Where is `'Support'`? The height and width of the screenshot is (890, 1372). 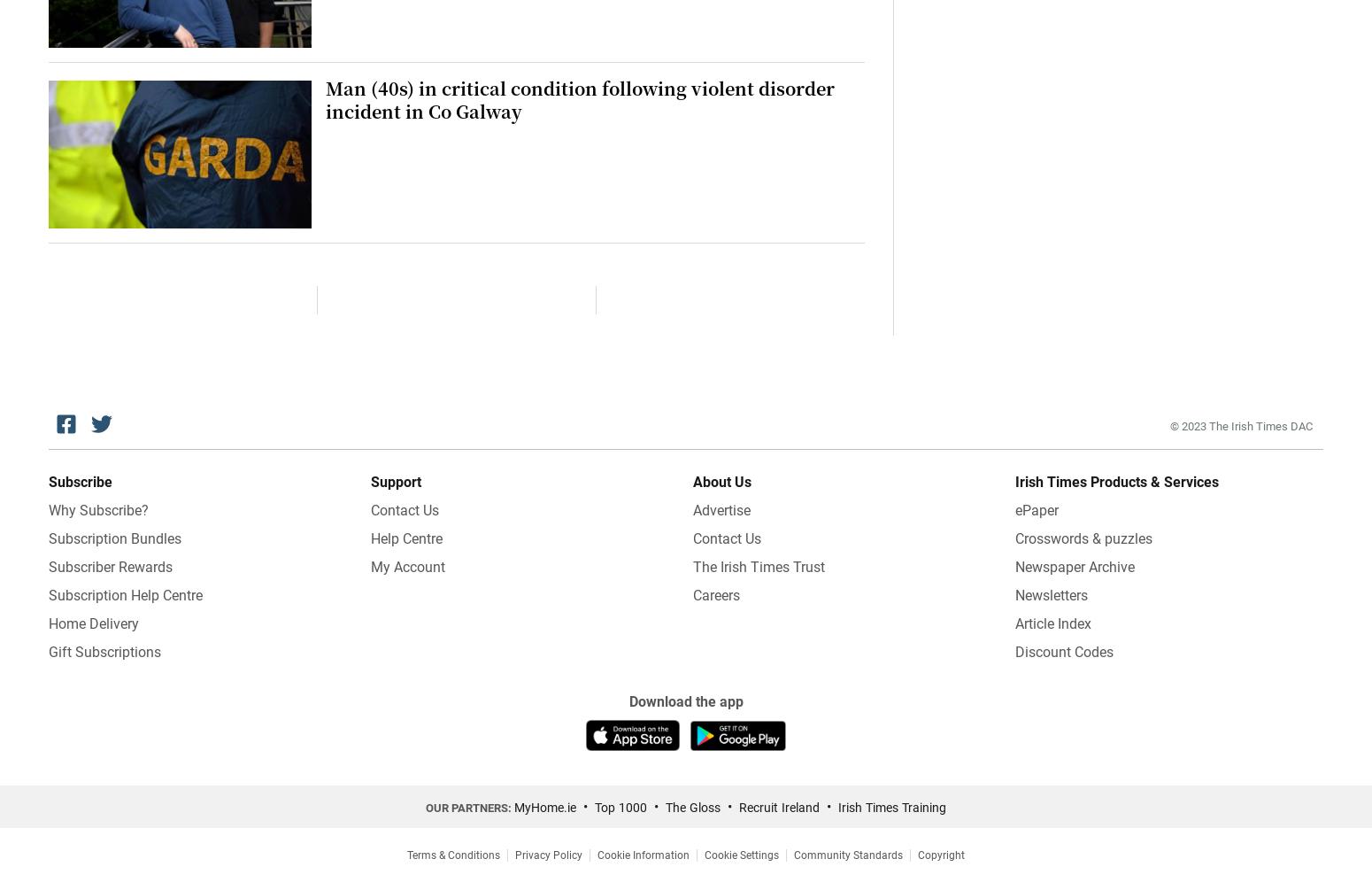 'Support' is located at coordinates (396, 481).